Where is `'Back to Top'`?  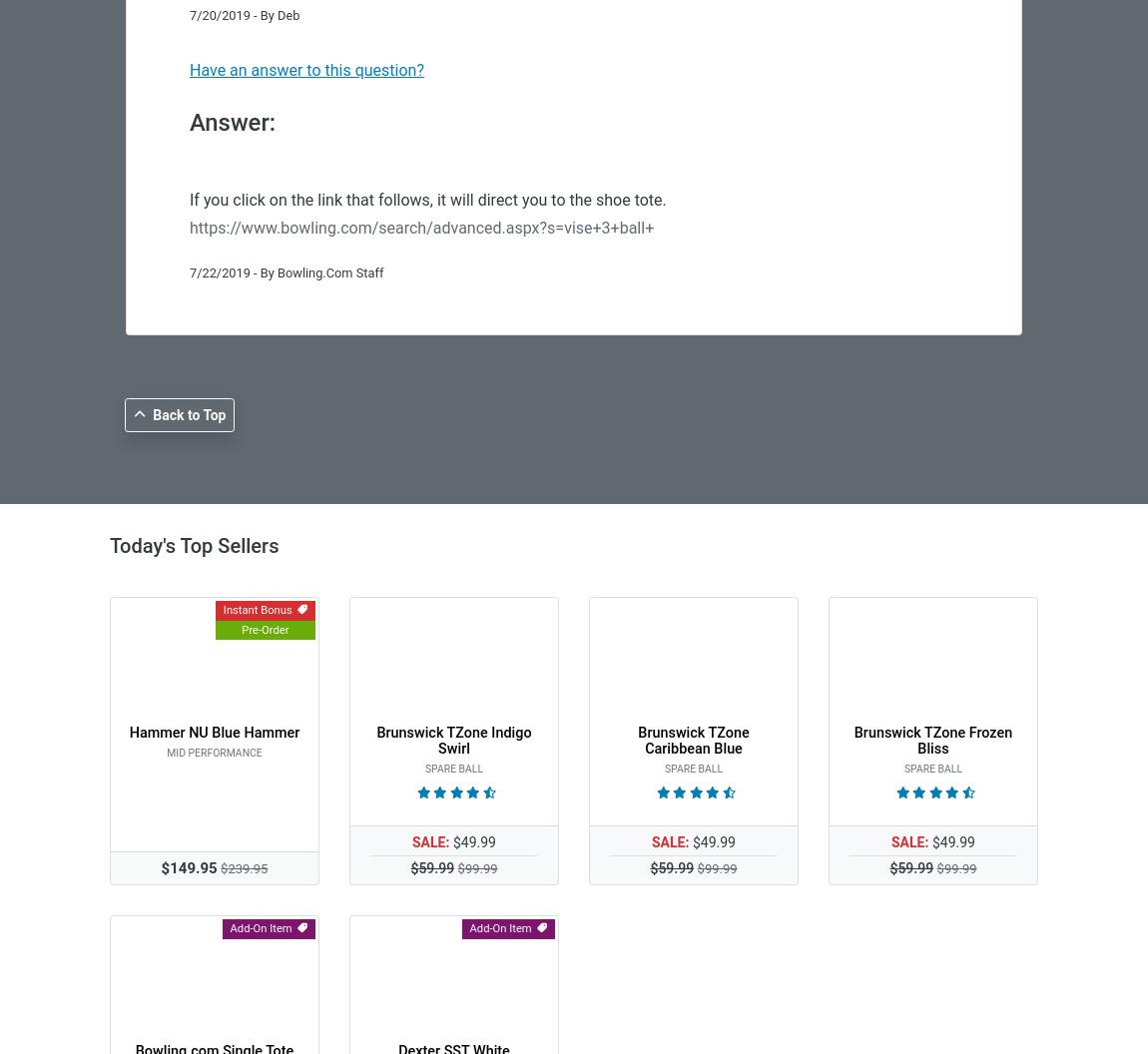
'Back to Top' is located at coordinates (188, 414).